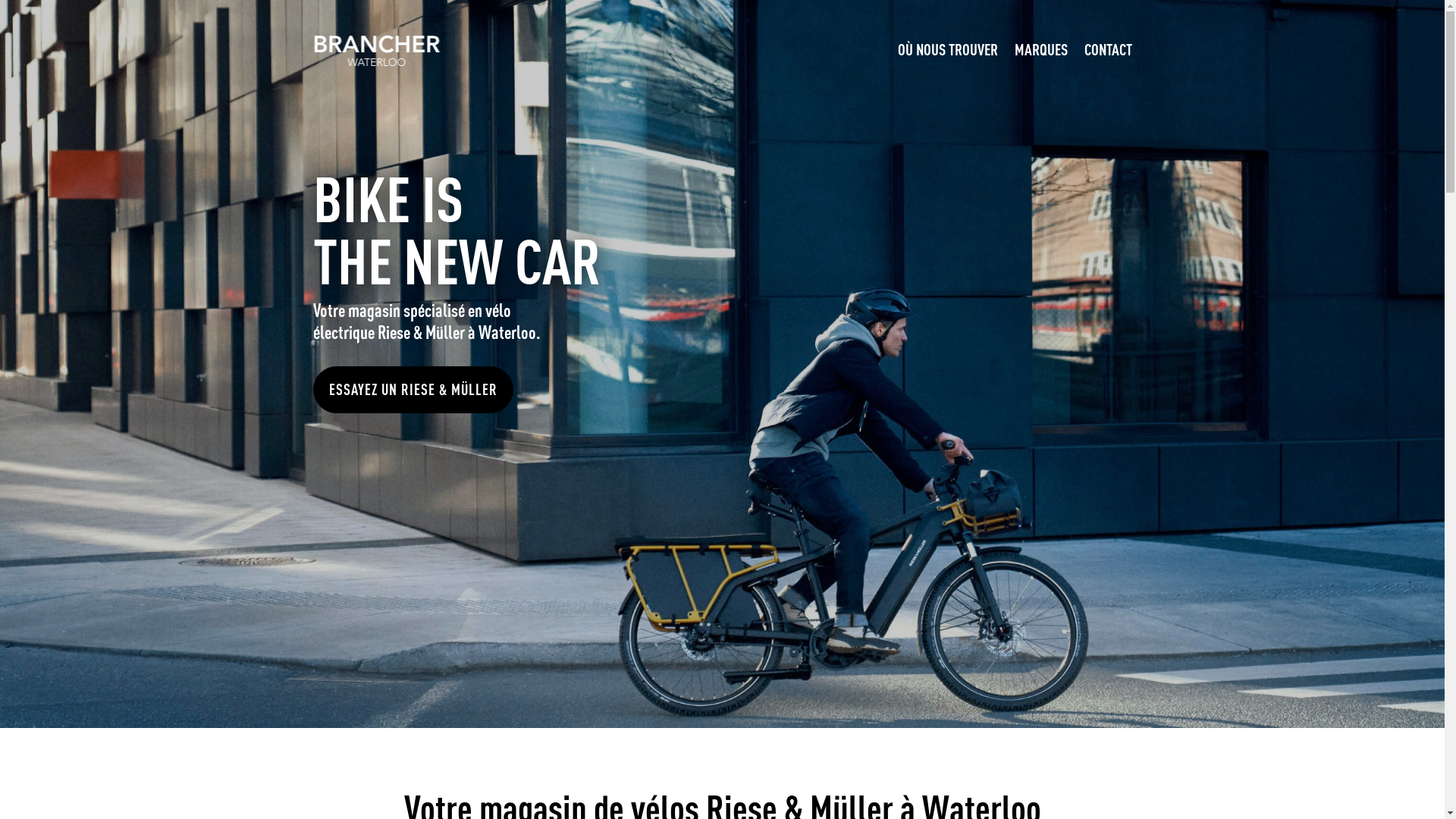  What do you see at coordinates (1040, 49) in the screenshot?
I see `'MARQUES'` at bounding box center [1040, 49].